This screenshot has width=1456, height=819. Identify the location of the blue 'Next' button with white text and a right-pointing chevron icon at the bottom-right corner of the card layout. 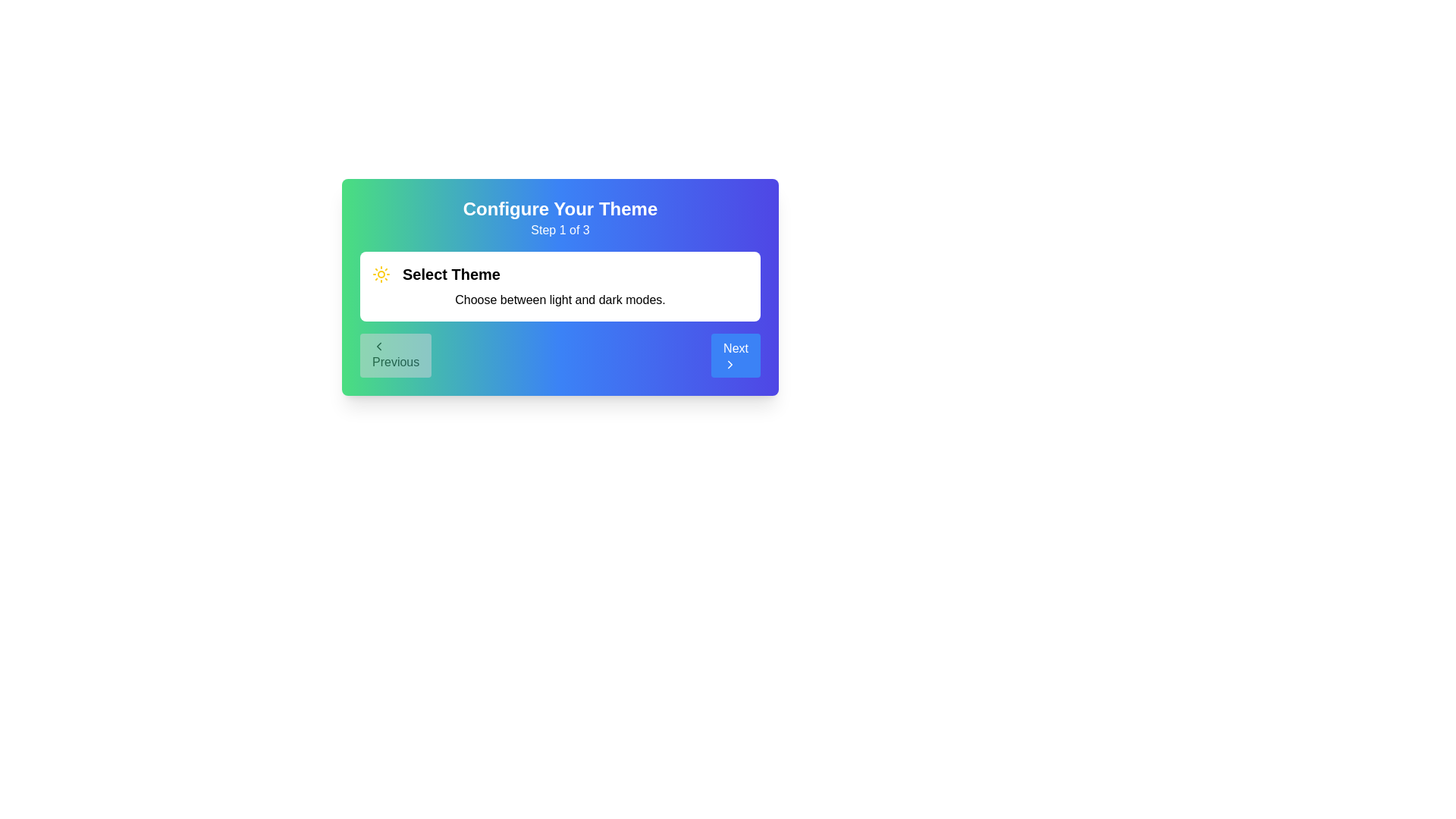
(736, 356).